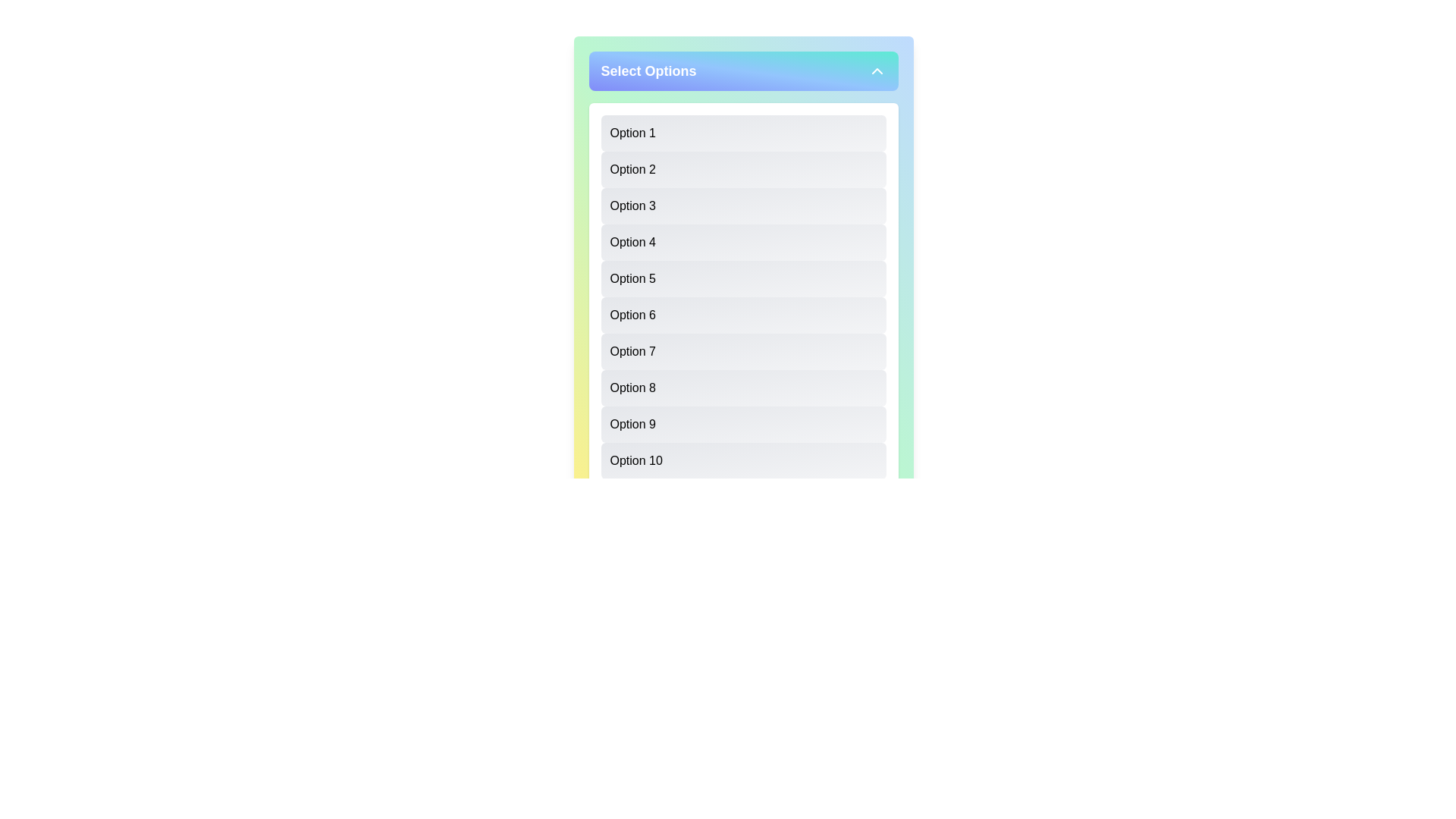  Describe the element at coordinates (743, 133) in the screenshot. I see `the first selectable list item labeled 'Option 1' under the 'Select Options' section` at that location.